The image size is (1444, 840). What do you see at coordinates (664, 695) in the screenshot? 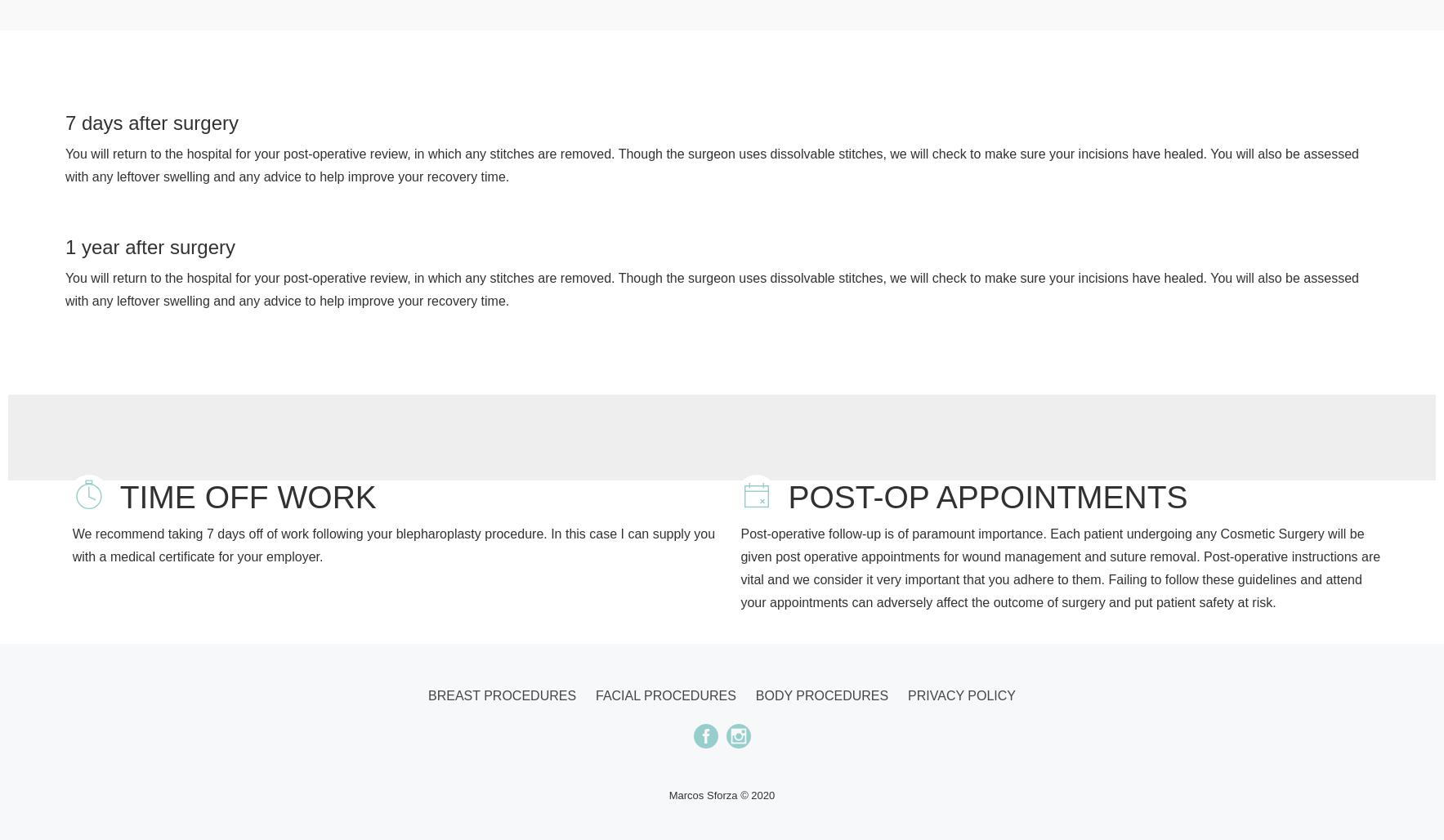
I see `'Facial procedures'` at bounding box center [664, 695].